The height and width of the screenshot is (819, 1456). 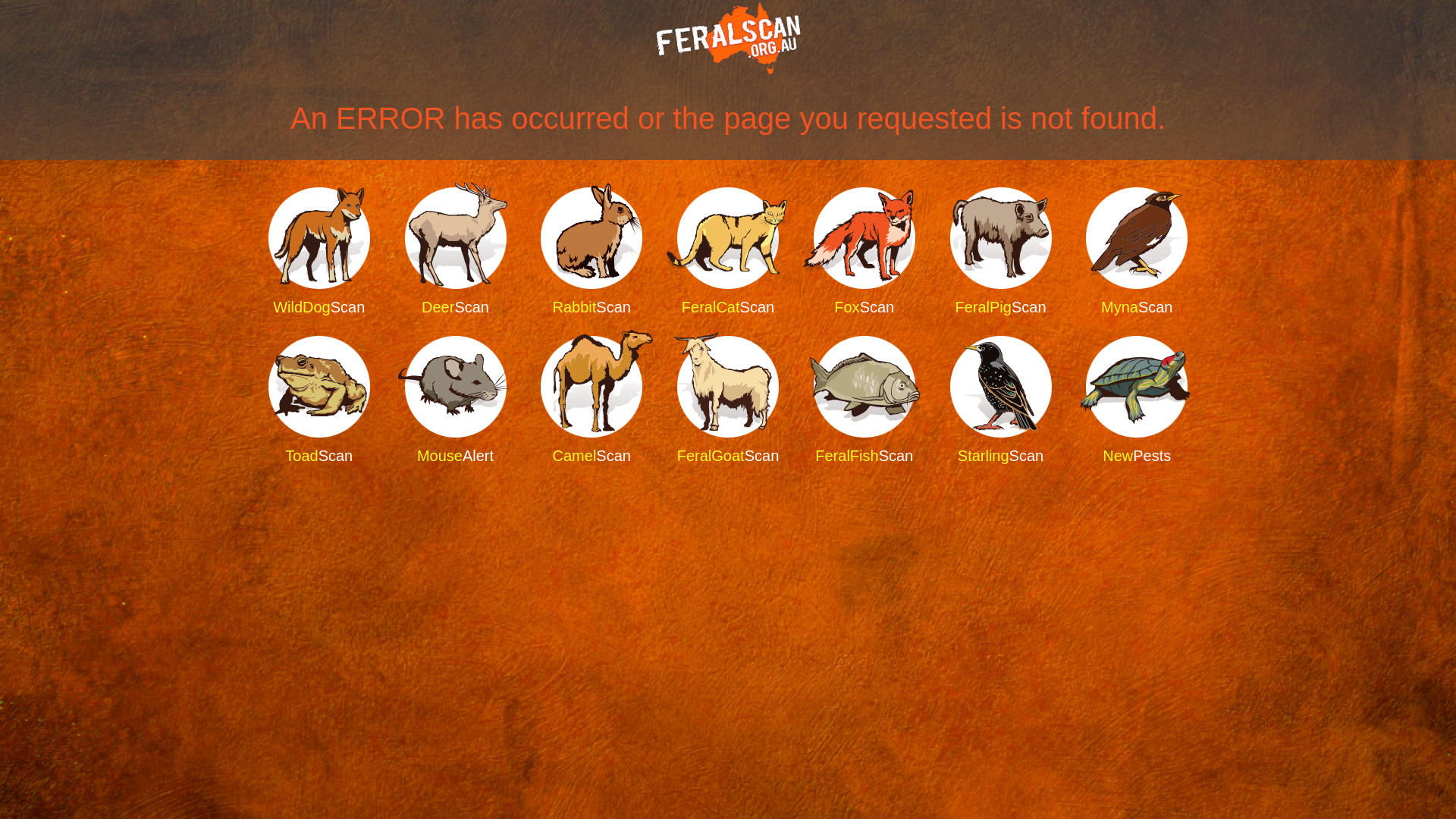 I want to click on 'FeralPigScan', so click(x=1000, y=251).